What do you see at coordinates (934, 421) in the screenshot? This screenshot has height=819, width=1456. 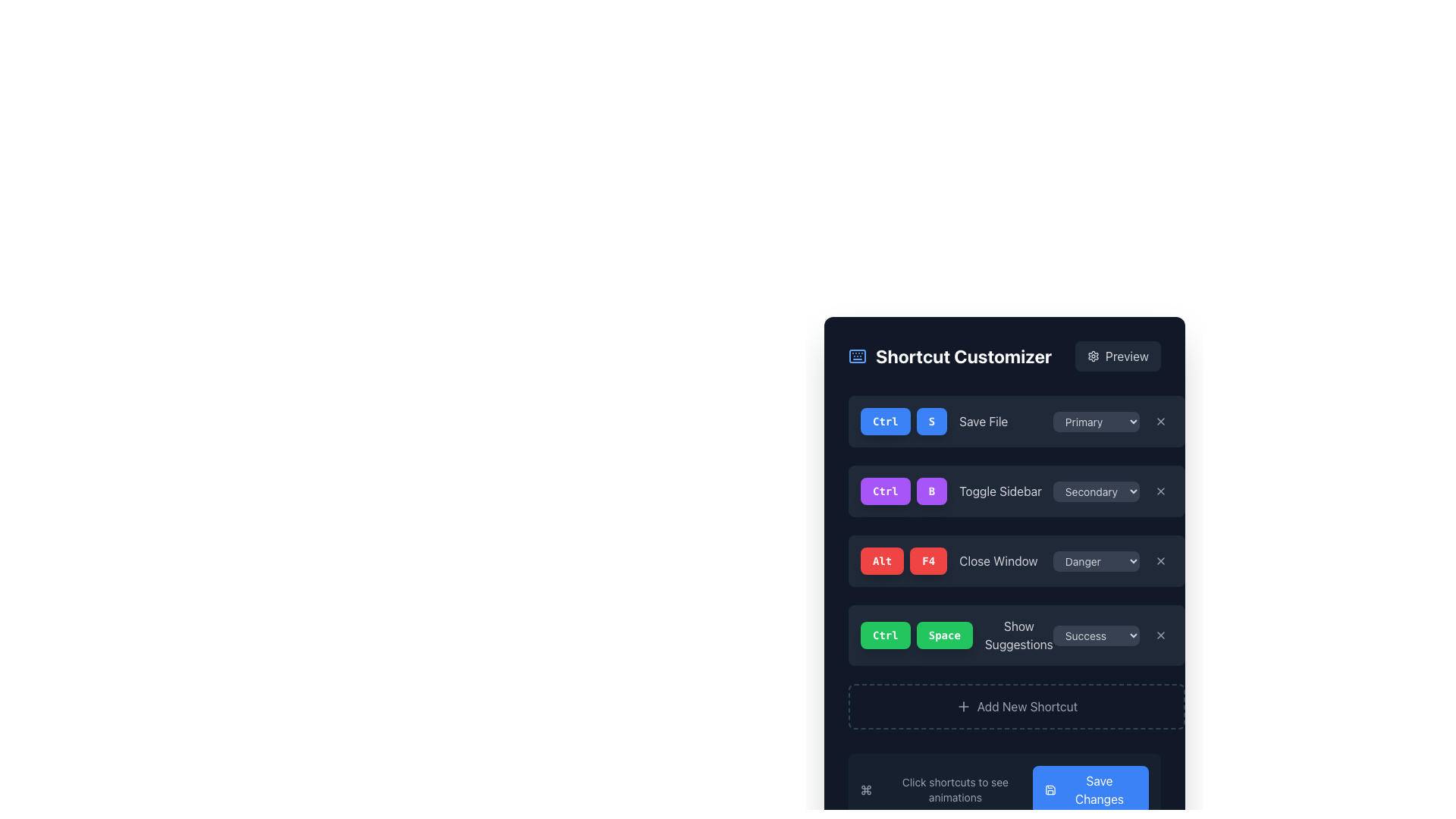 I see `the 'Ctrl' and 'S' buttons in the first shortcut row of the 'Shortcut Customizer' panel` at bounding box center [934, 421].